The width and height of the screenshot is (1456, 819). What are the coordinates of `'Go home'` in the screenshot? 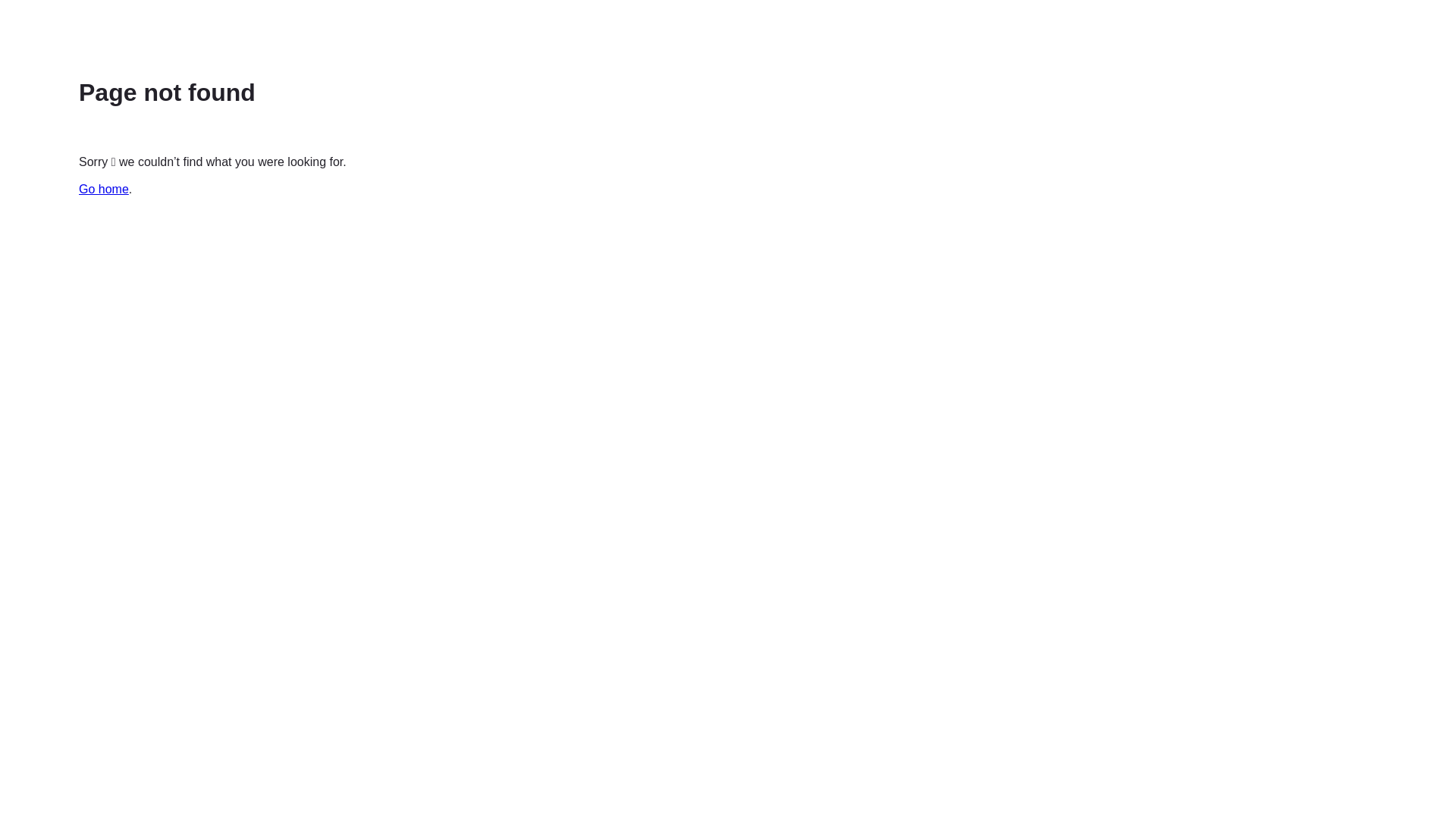 It's located at (103, 188).